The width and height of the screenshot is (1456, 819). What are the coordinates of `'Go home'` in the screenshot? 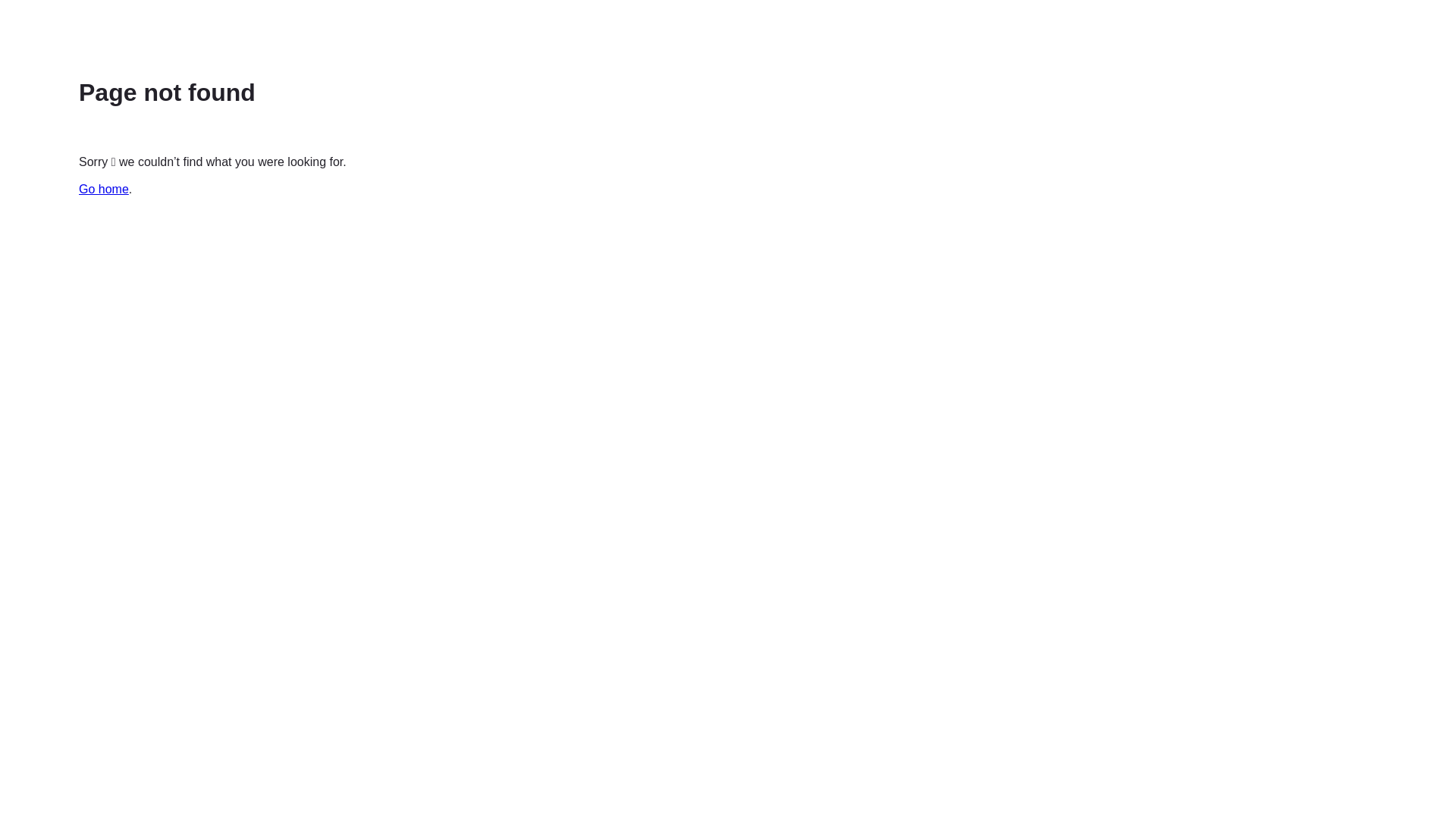 It's located at (103, 188).